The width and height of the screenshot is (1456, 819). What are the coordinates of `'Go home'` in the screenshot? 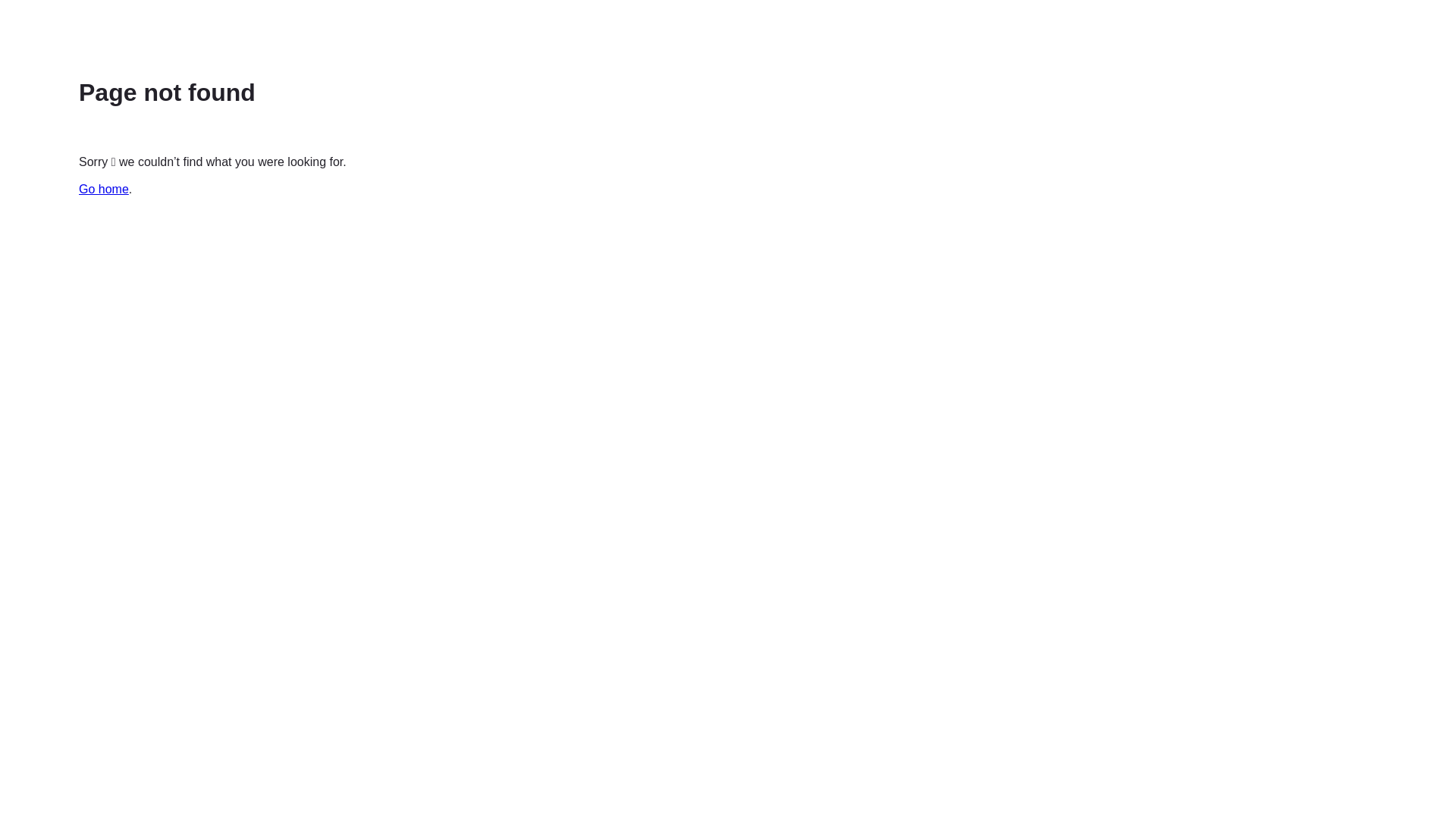 It's located at (103, 188).